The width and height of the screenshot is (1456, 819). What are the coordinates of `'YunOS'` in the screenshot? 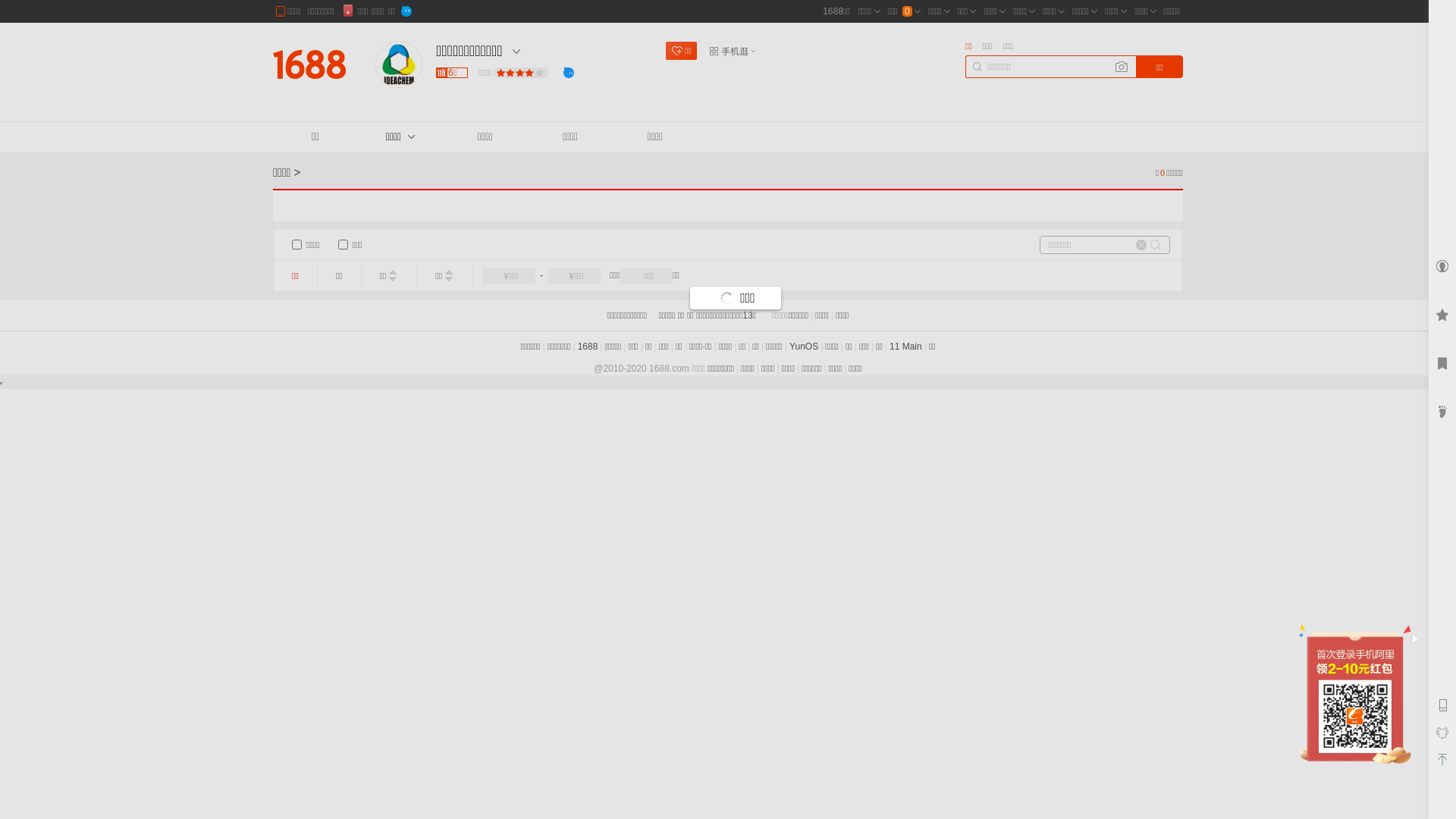 It's located at (789, 346).